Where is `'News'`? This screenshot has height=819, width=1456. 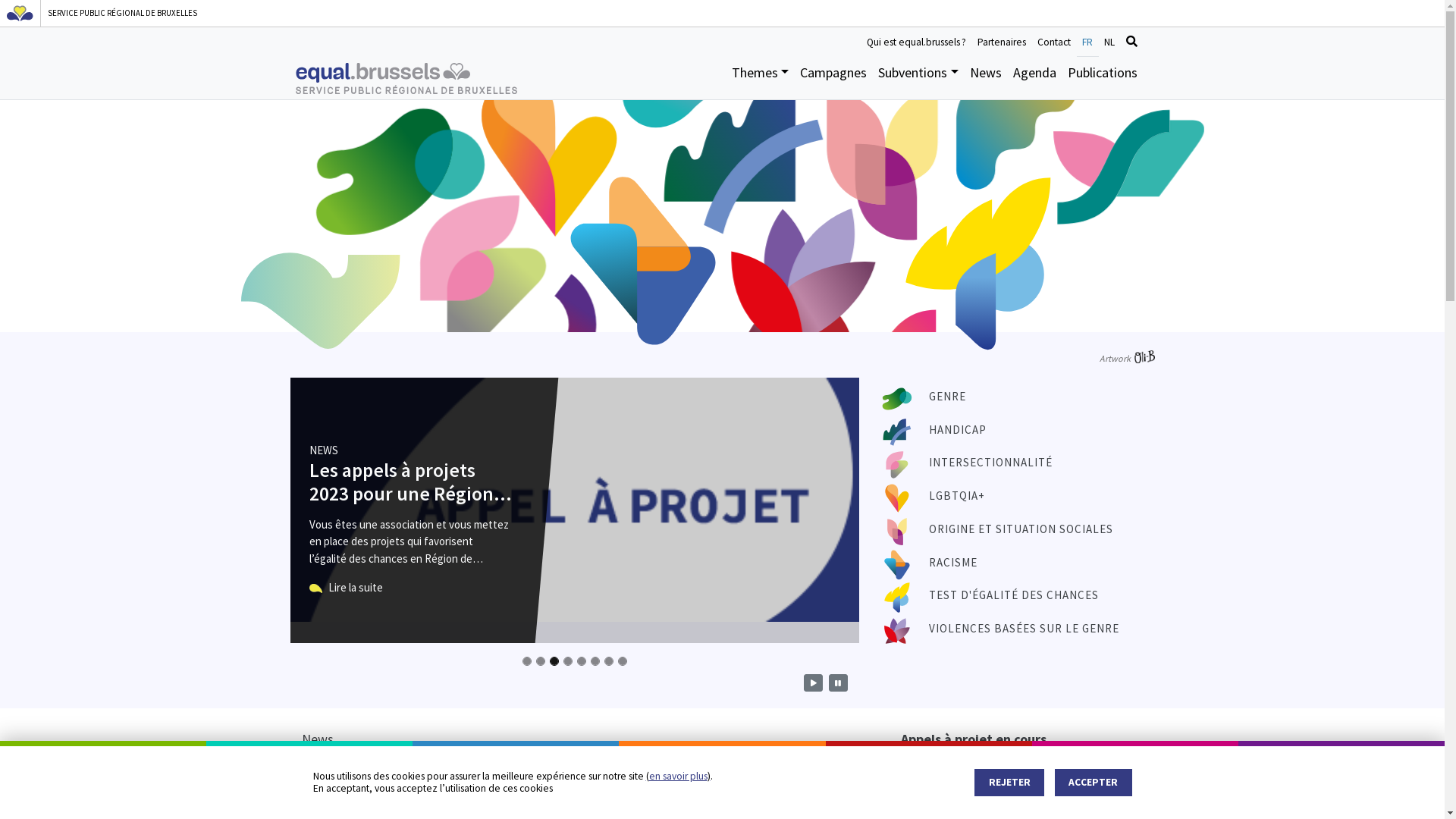 'News' is located at coordinates (986, 77).